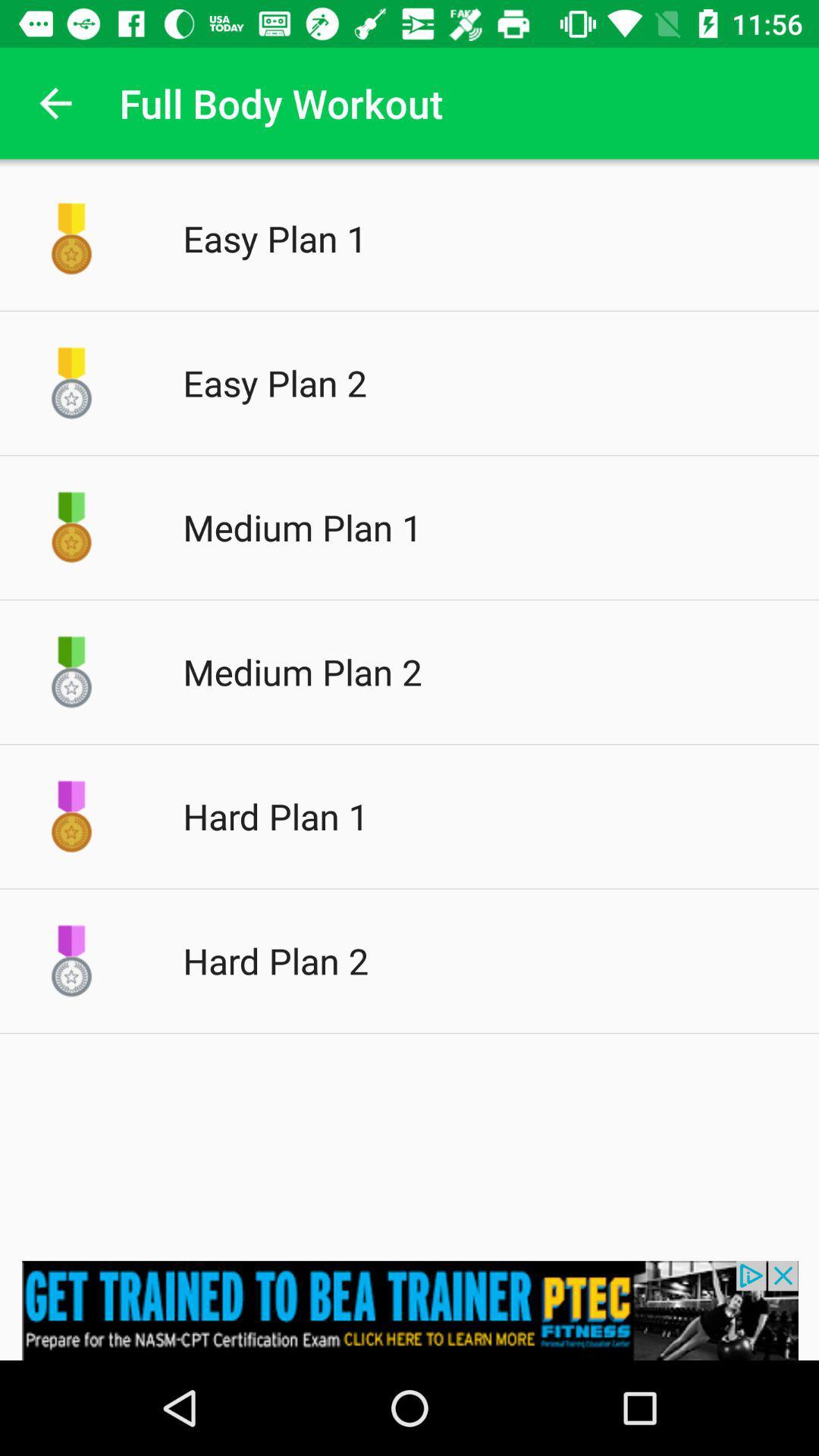 This screenshot has width=819, height=1456. What do you see at coordinates (409, 1310) in the screenshot?
I see `pop up advertisement` at bounding box center [409, 1310].